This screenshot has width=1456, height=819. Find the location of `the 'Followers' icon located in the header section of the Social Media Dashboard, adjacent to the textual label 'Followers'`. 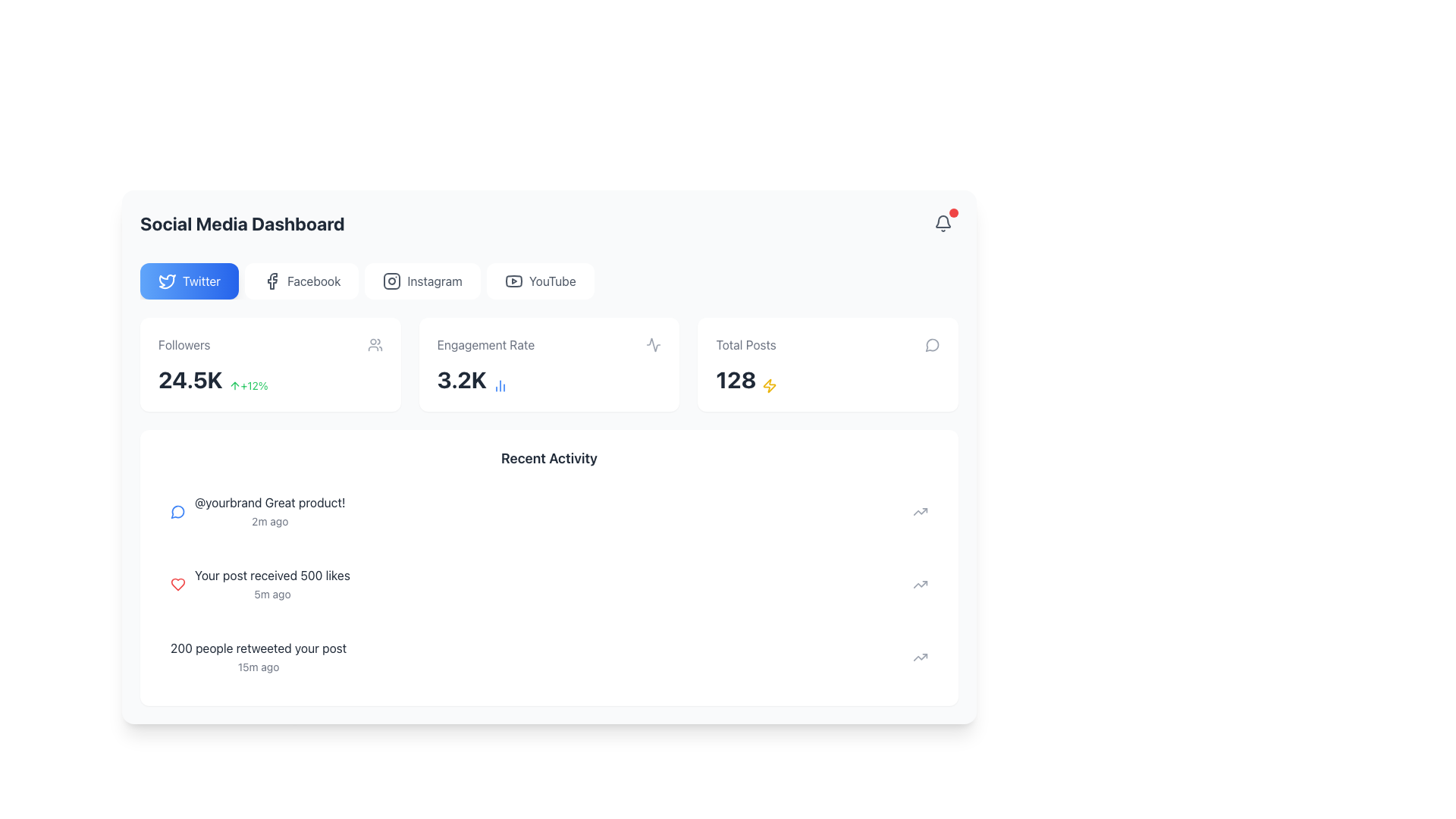

the 'Followers' icon located in the header section of the Social Media Dashboard, adjacent to the textual label 'Followers' is located at coordinates (375, 345).